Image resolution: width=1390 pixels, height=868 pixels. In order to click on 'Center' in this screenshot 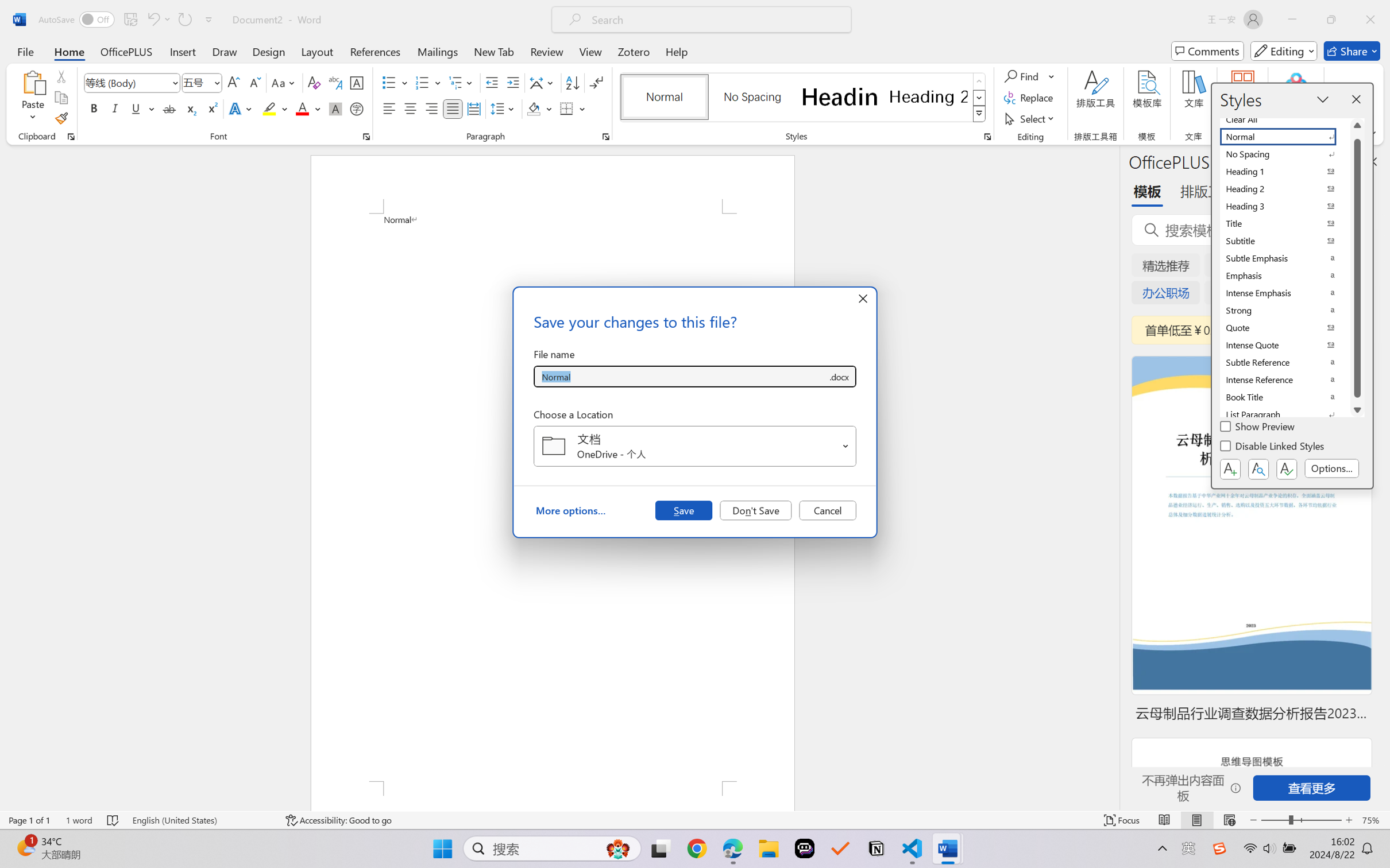, I will do `click(410, 108)`.